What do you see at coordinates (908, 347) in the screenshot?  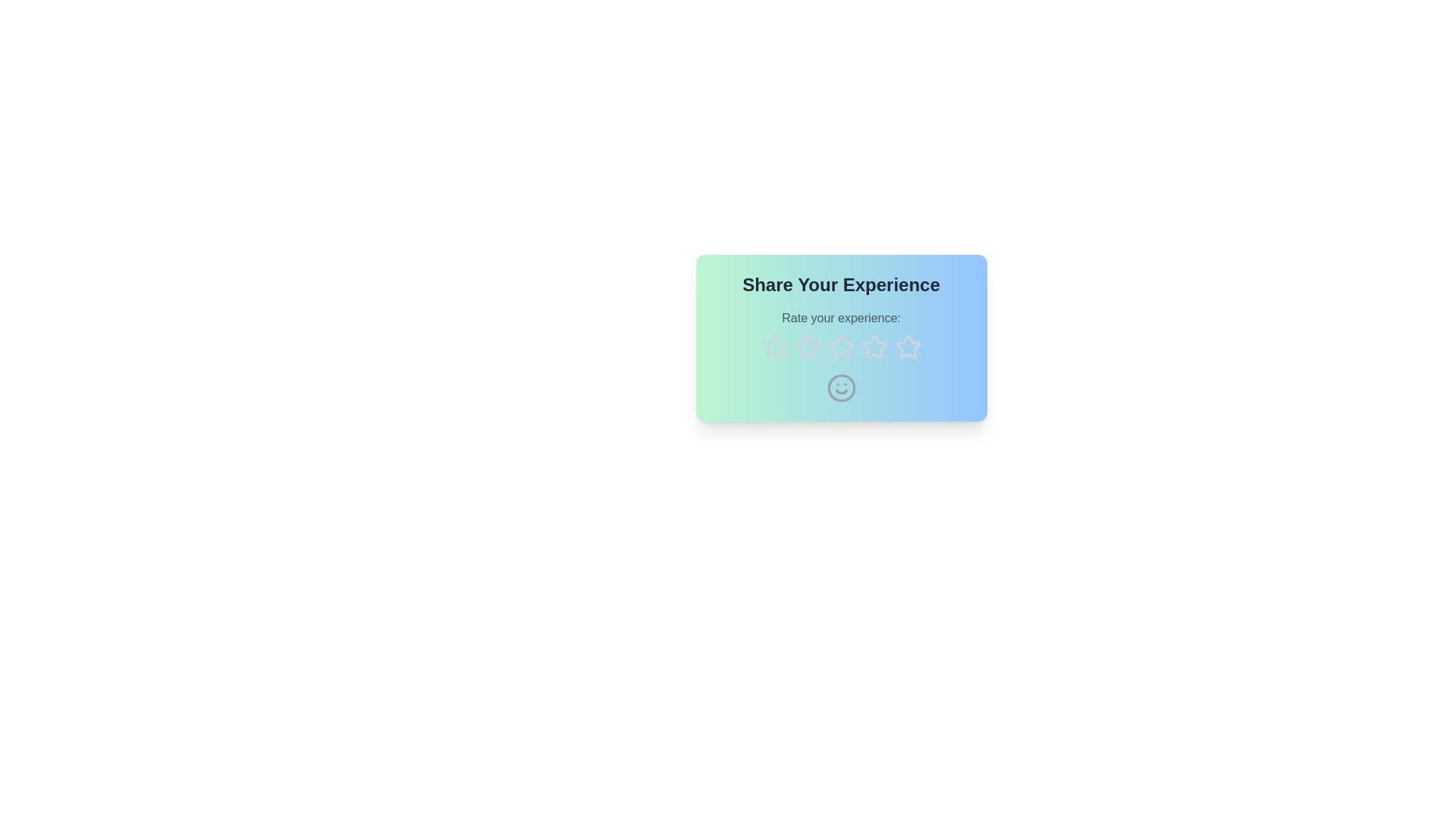 I see `the star corresponding to 5 to preview the rating` at bounding box center [908, 347].